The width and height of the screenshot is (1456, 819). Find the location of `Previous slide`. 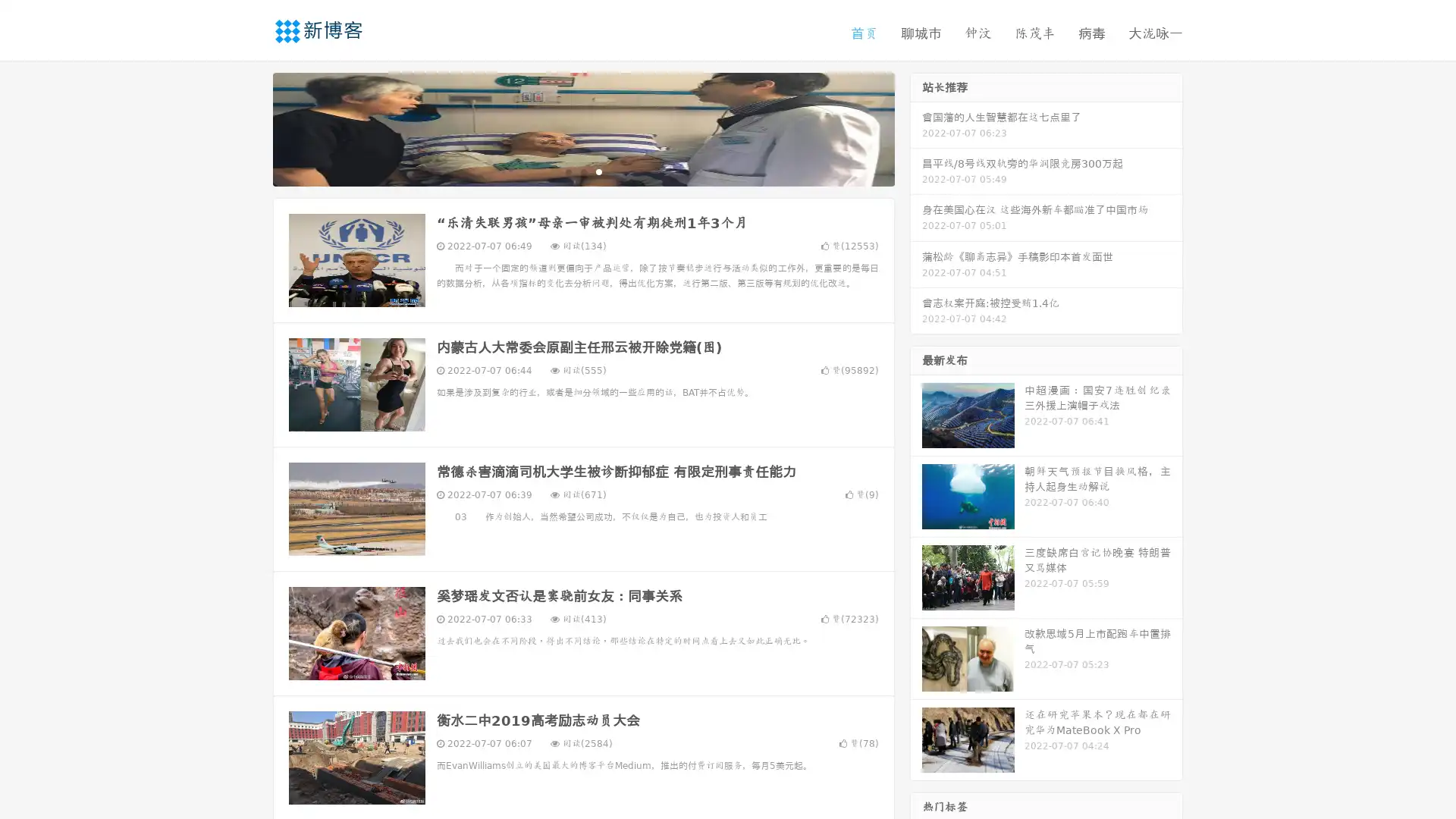

Previous slide is located at coordinates (250, 127).